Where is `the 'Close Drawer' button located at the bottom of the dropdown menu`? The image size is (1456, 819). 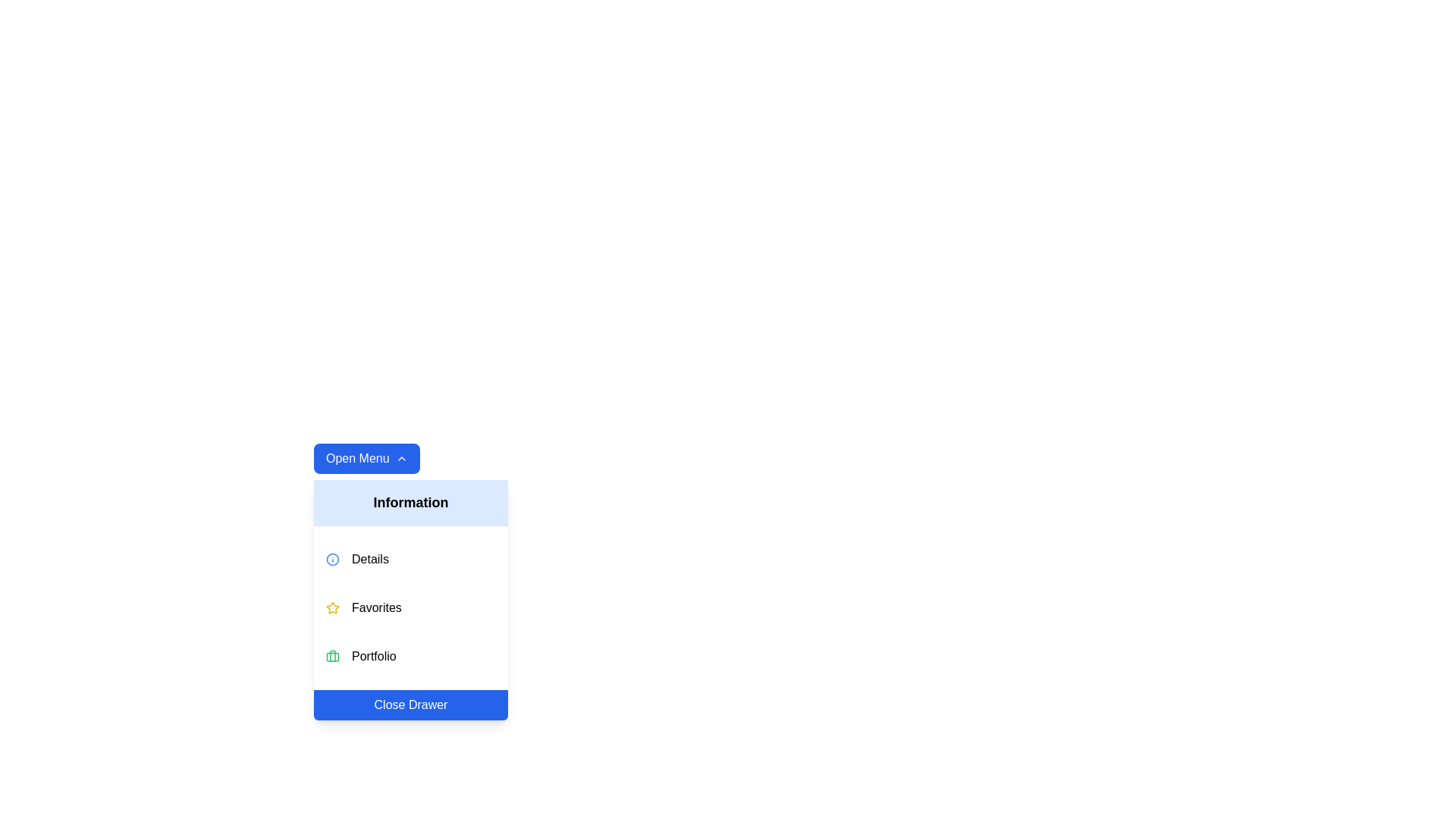
the 'Close Drawer' button located at the bottom of the dropdown menu is located at coordinates (411, 704).